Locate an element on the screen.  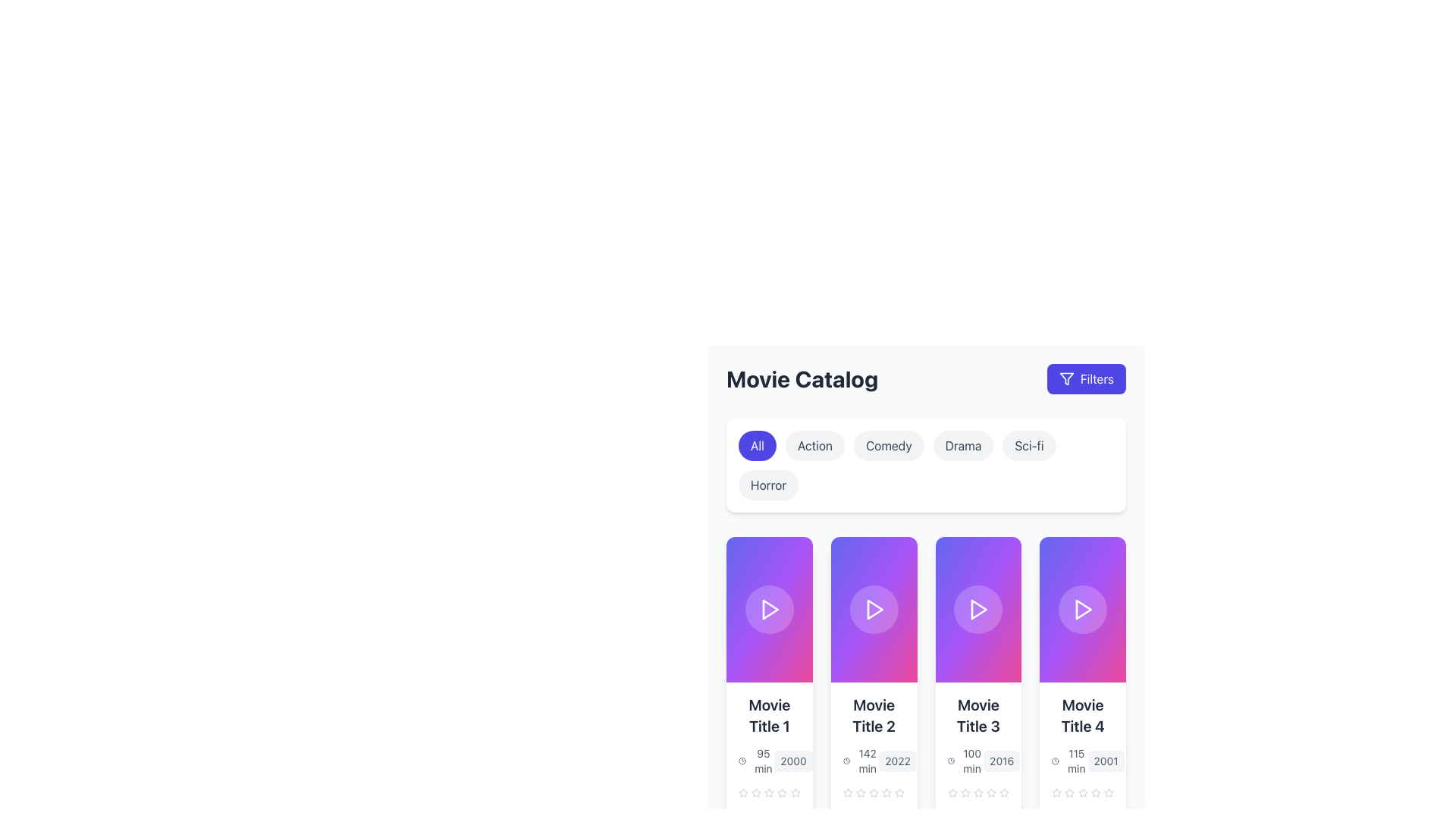
the first star-shaped rating icon under 'Movie Title 1' in the movie catalog grid is located at coordinates (769, 792).